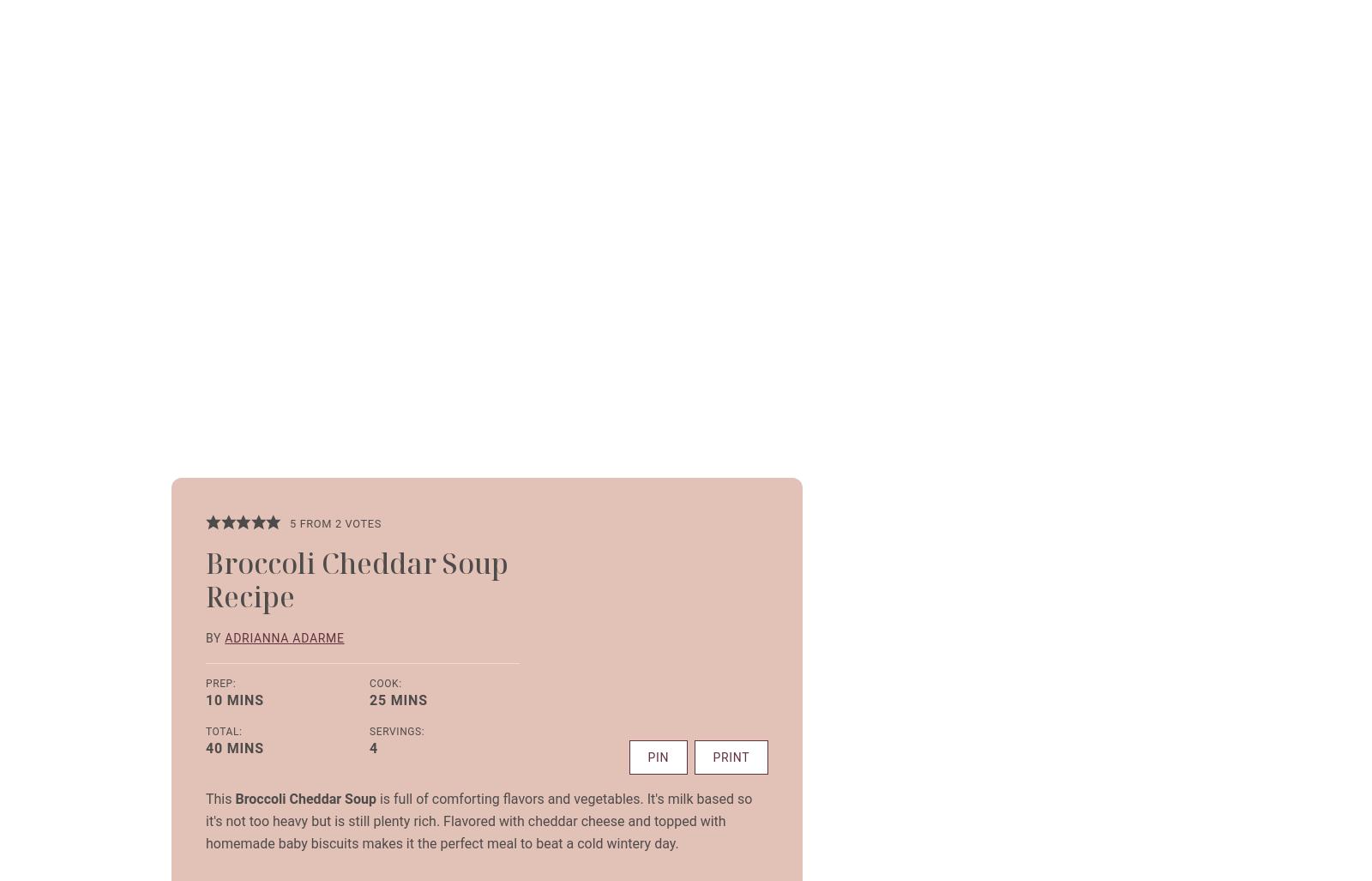  What do you see at coordinates (284, 637) in the screenshot?
I see `'Adrianna Adarme'` at bounding box center [284, 637].